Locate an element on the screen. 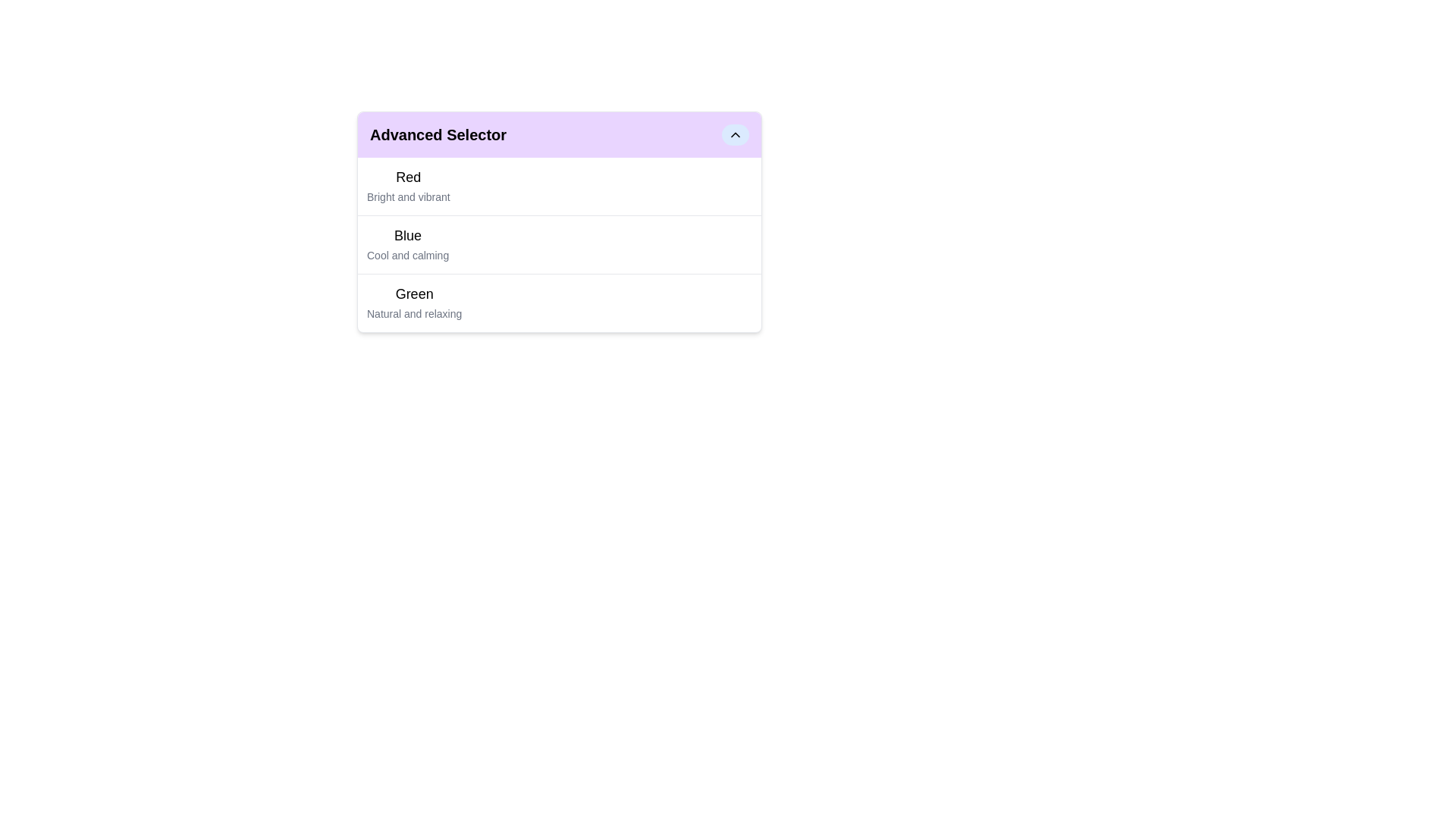  the selectable list item labeled 'Green' with the description 'Natural and relaxing' is located at coordinates (559, 303).